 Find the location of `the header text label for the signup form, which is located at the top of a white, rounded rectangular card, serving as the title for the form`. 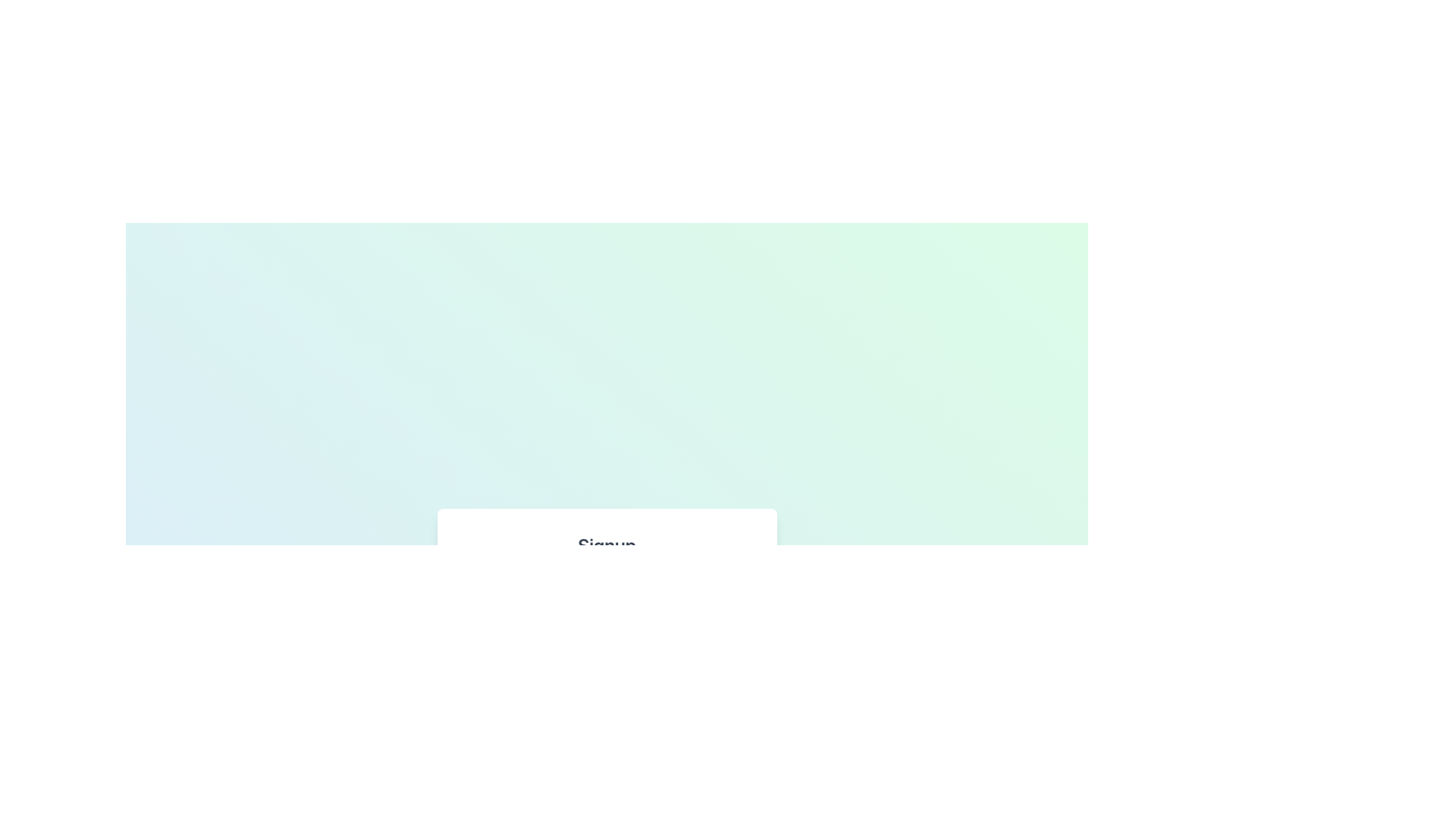

the header text label for the signup form, which is located at the top of a white, rounded rectangular card, serving as the title for the form is located at coordinates (607, 544).